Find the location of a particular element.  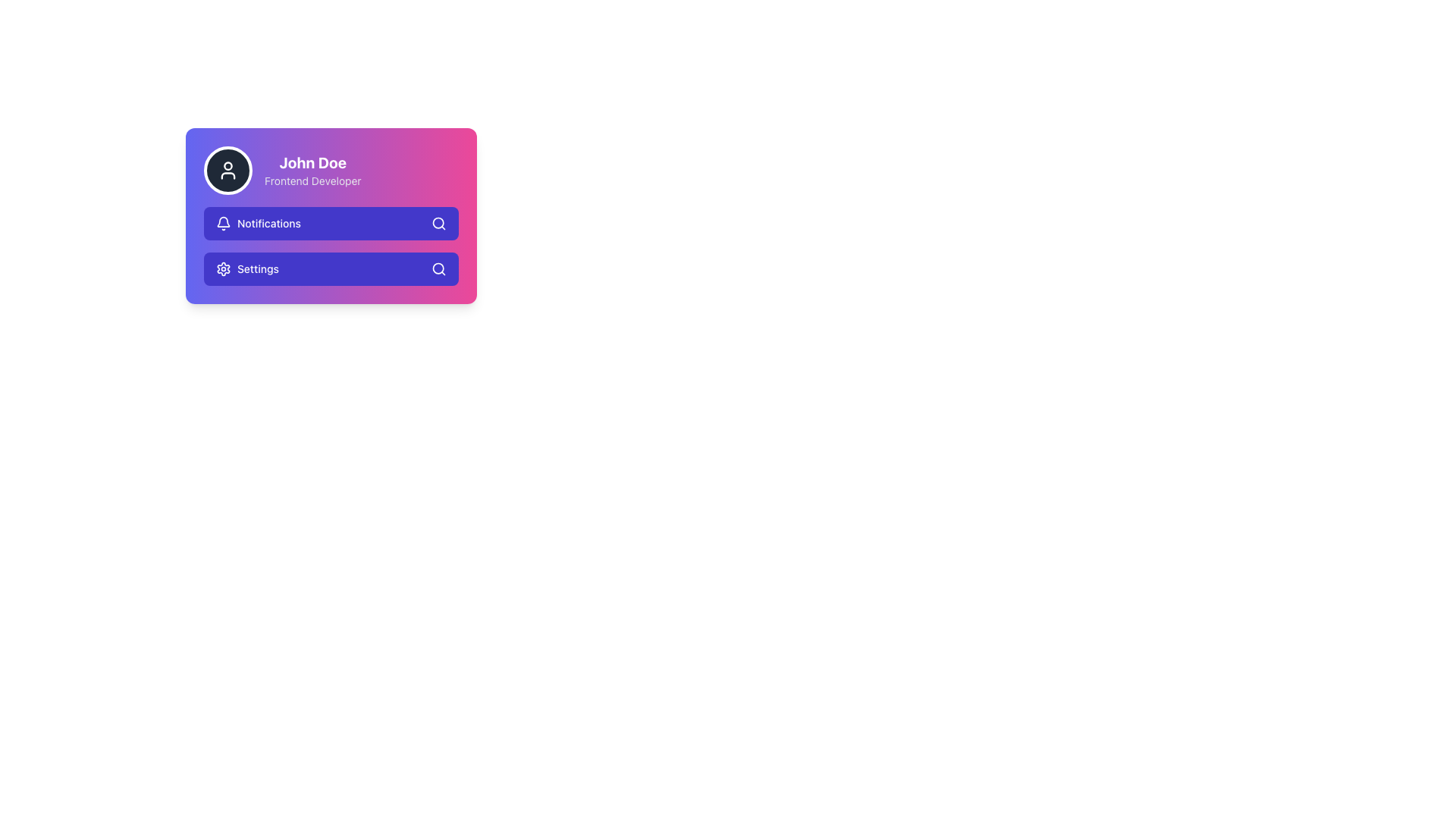

the bell-shaped notification icon located above the text 'Notifications' in the top action section of the card interface is located at coordinates (222, 221).